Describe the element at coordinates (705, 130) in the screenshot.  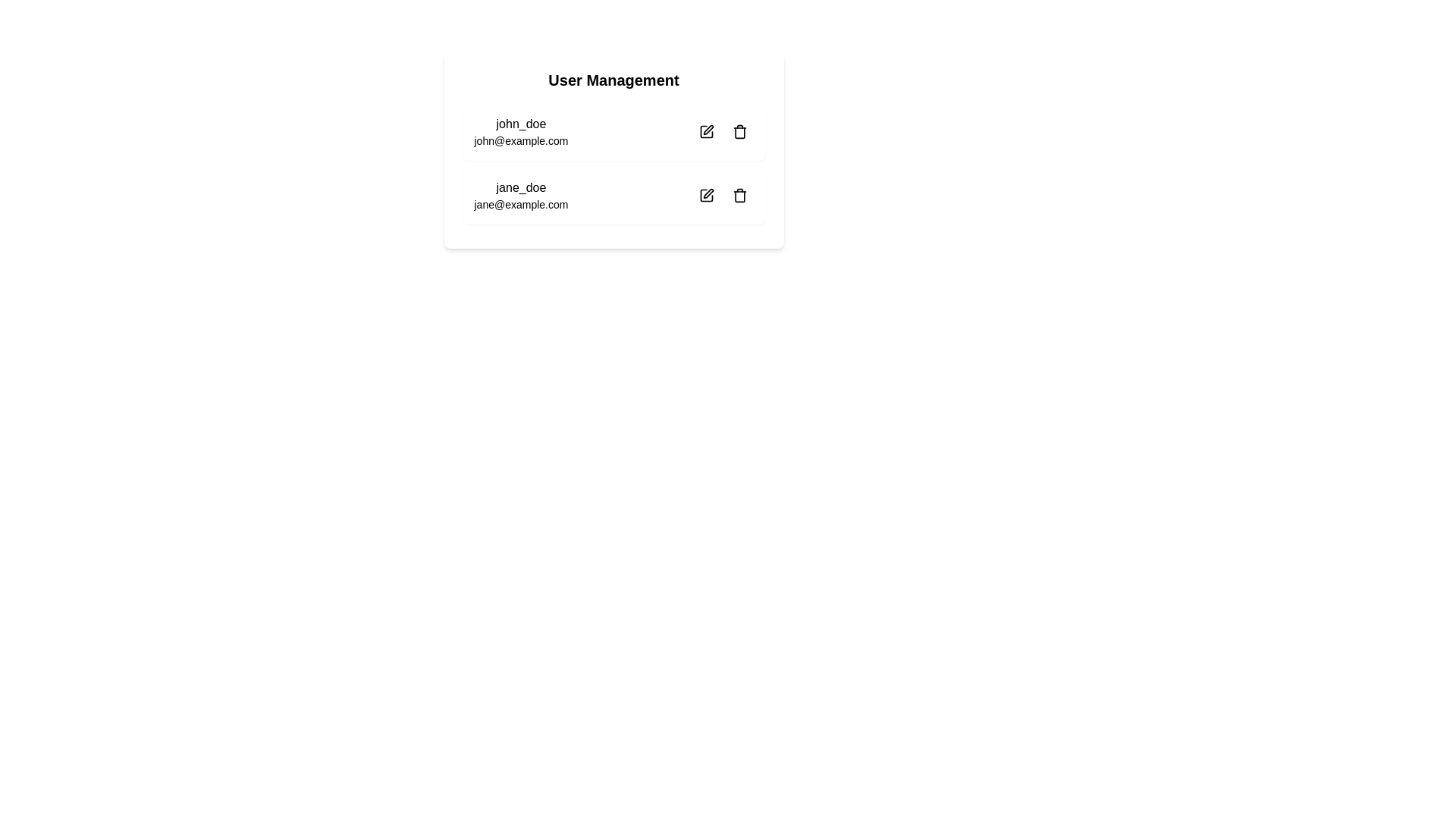
I see `the circular edit button with a pen icon next to 'john_doe' in the 'User Management' panel` at that location.